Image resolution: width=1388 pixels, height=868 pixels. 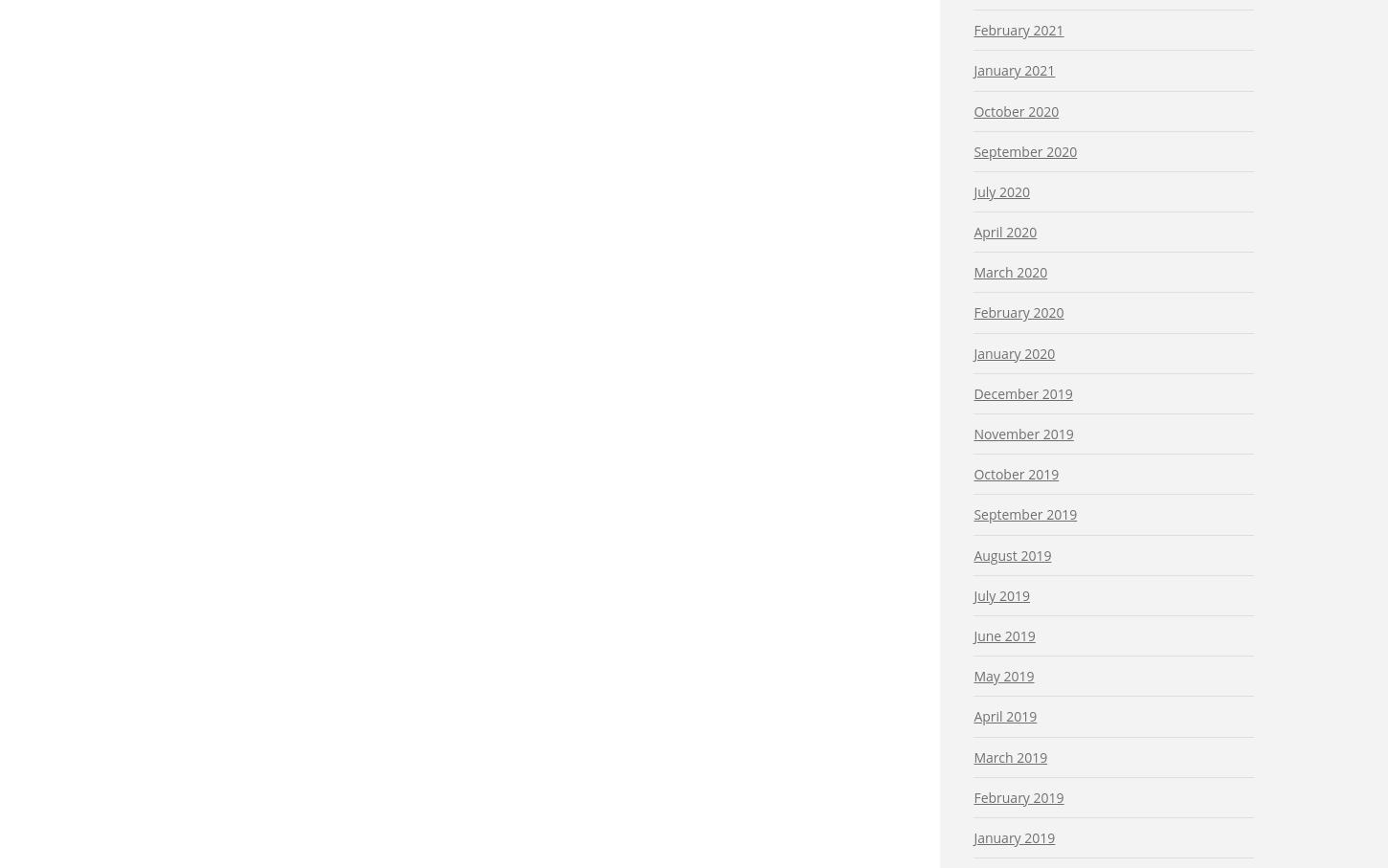 What do you see at coordinates (1024, 514) in the screenshot?
I see `'September 2019'` at bounding box center [1024, 514].